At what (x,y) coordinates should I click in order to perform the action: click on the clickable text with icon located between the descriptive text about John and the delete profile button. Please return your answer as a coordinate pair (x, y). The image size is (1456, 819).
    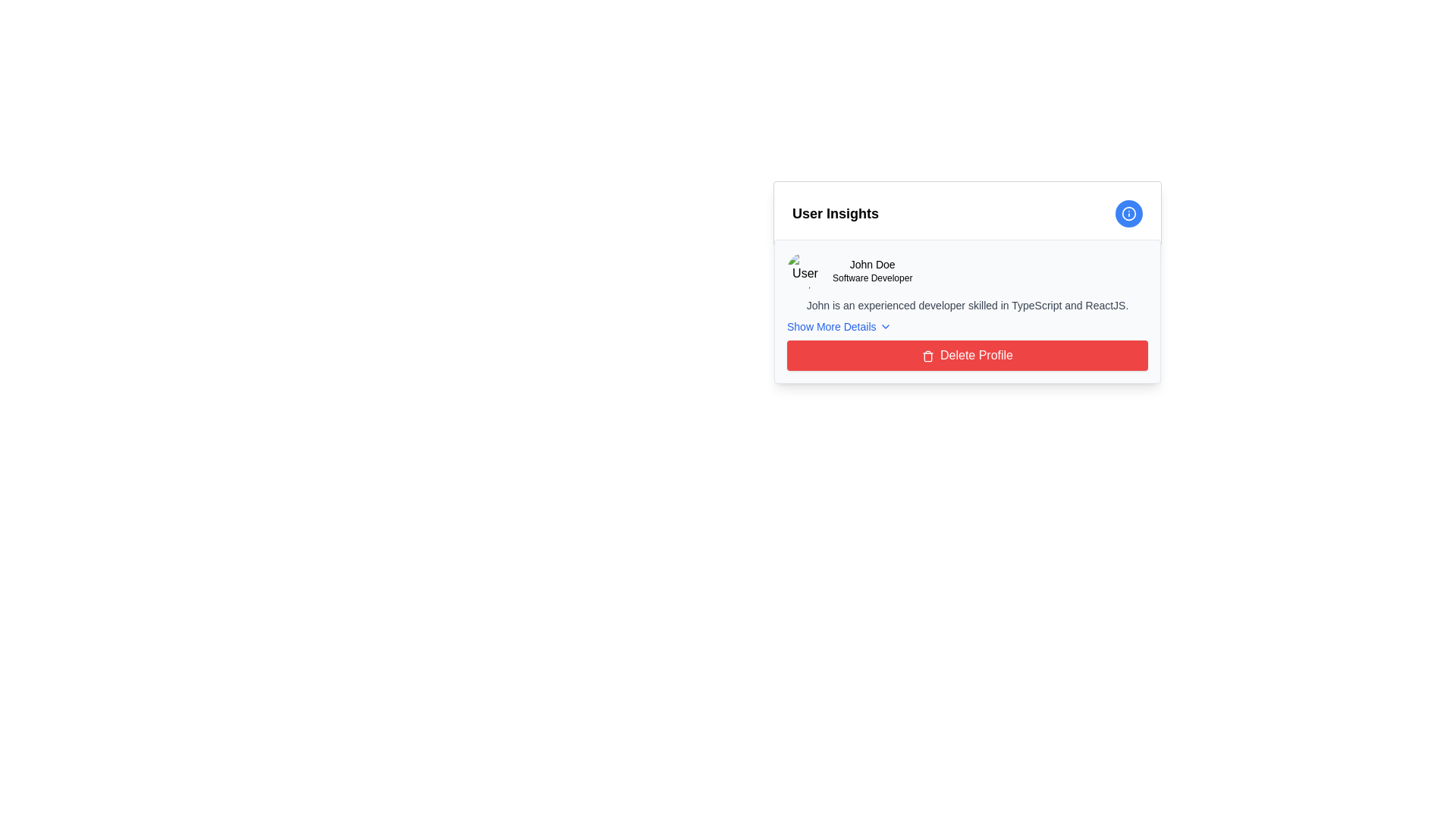
    Looking at the image, I should click on (838, 326).